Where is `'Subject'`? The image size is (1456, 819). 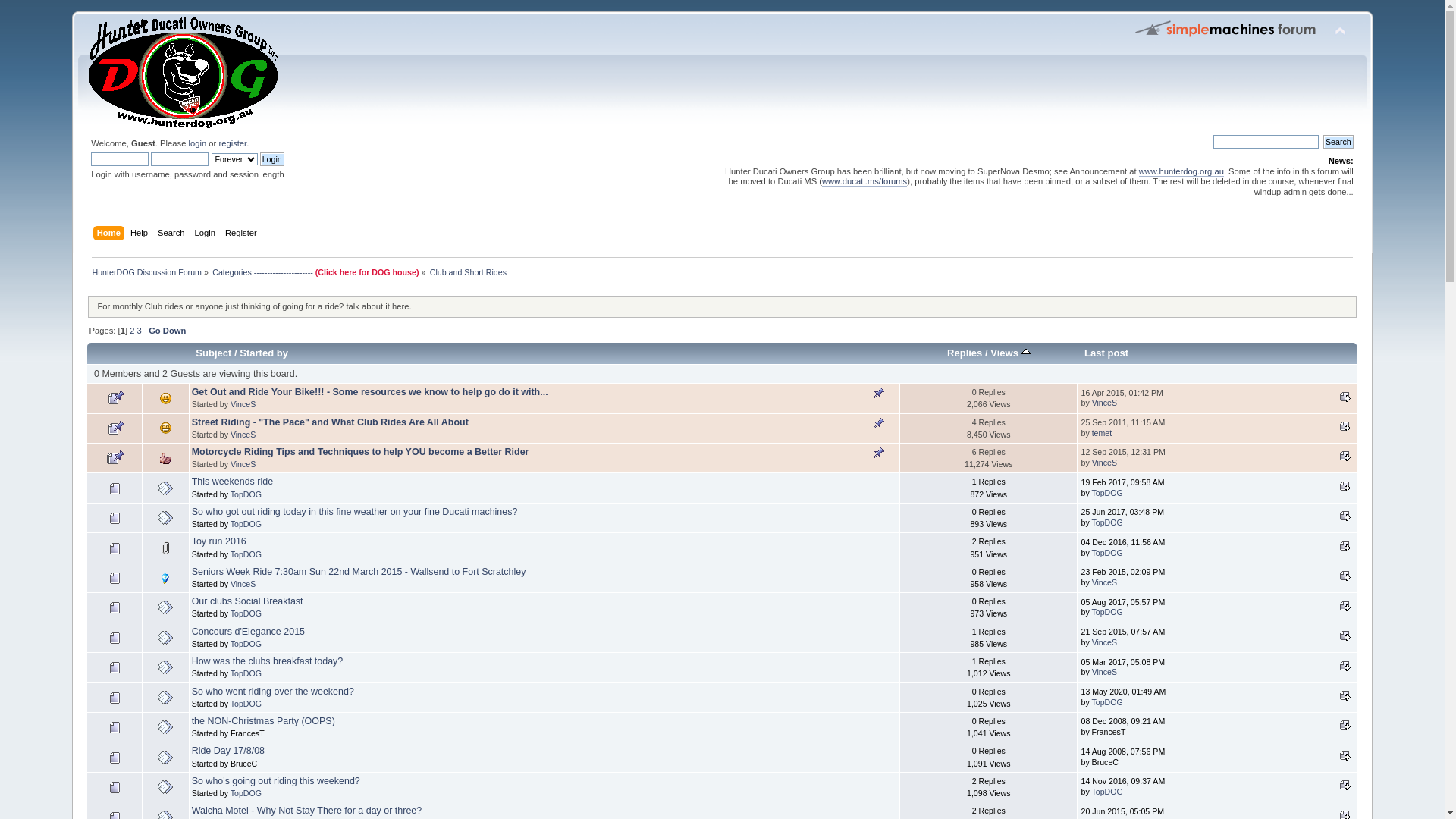 'Subject' is located at coordinates (212, 353).